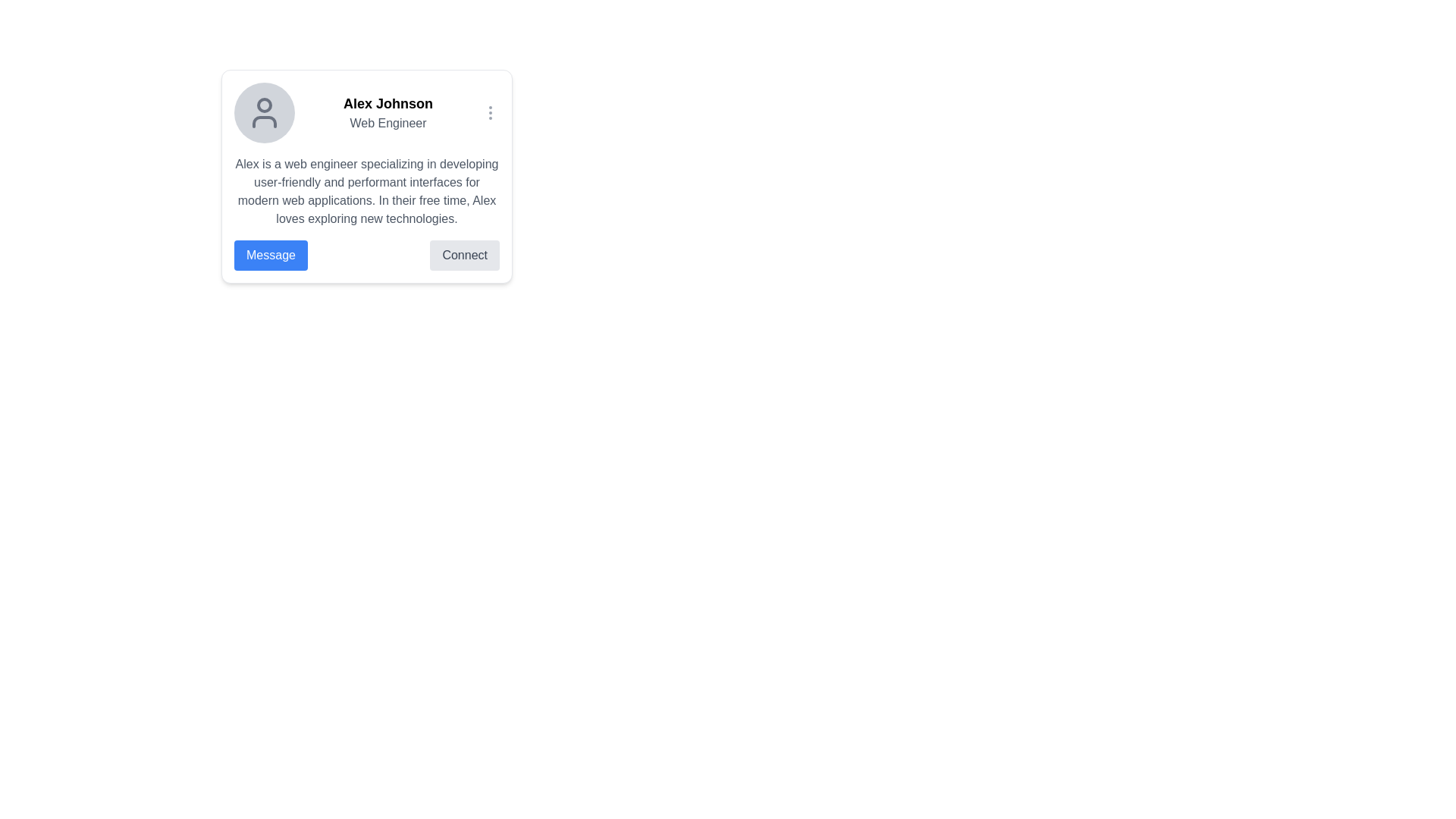 The height and width of the screenshot is (819, 1456). I want to click on the messaging button located to the left of the 'Connect' button, which initiates a messaging interaction with the associated profile, so click(271, 254).